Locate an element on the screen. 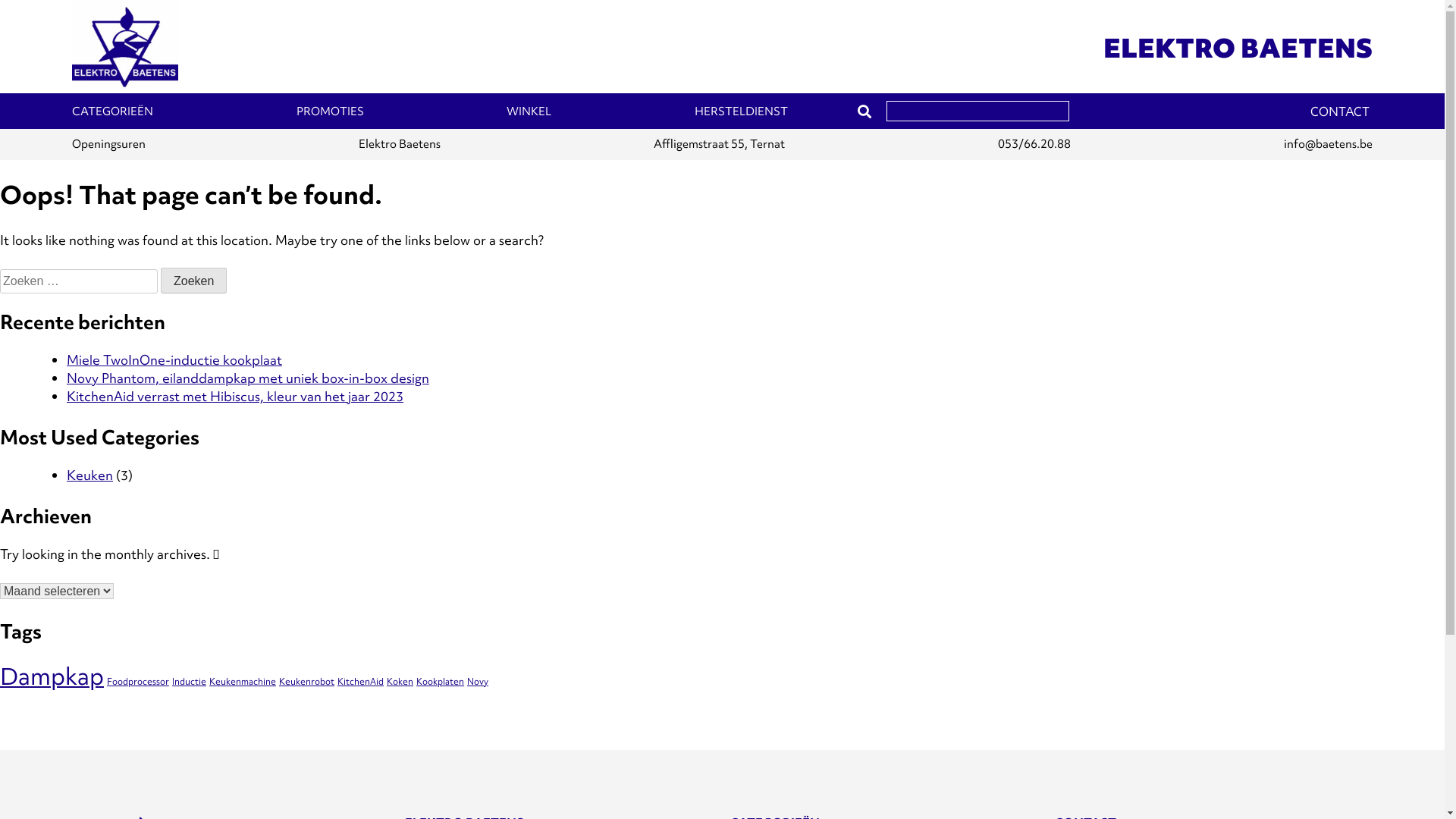 Image resolution: width=1456 pixels, height=819 pixels. 'CONTACT' is located at coordinates (1339, 111).